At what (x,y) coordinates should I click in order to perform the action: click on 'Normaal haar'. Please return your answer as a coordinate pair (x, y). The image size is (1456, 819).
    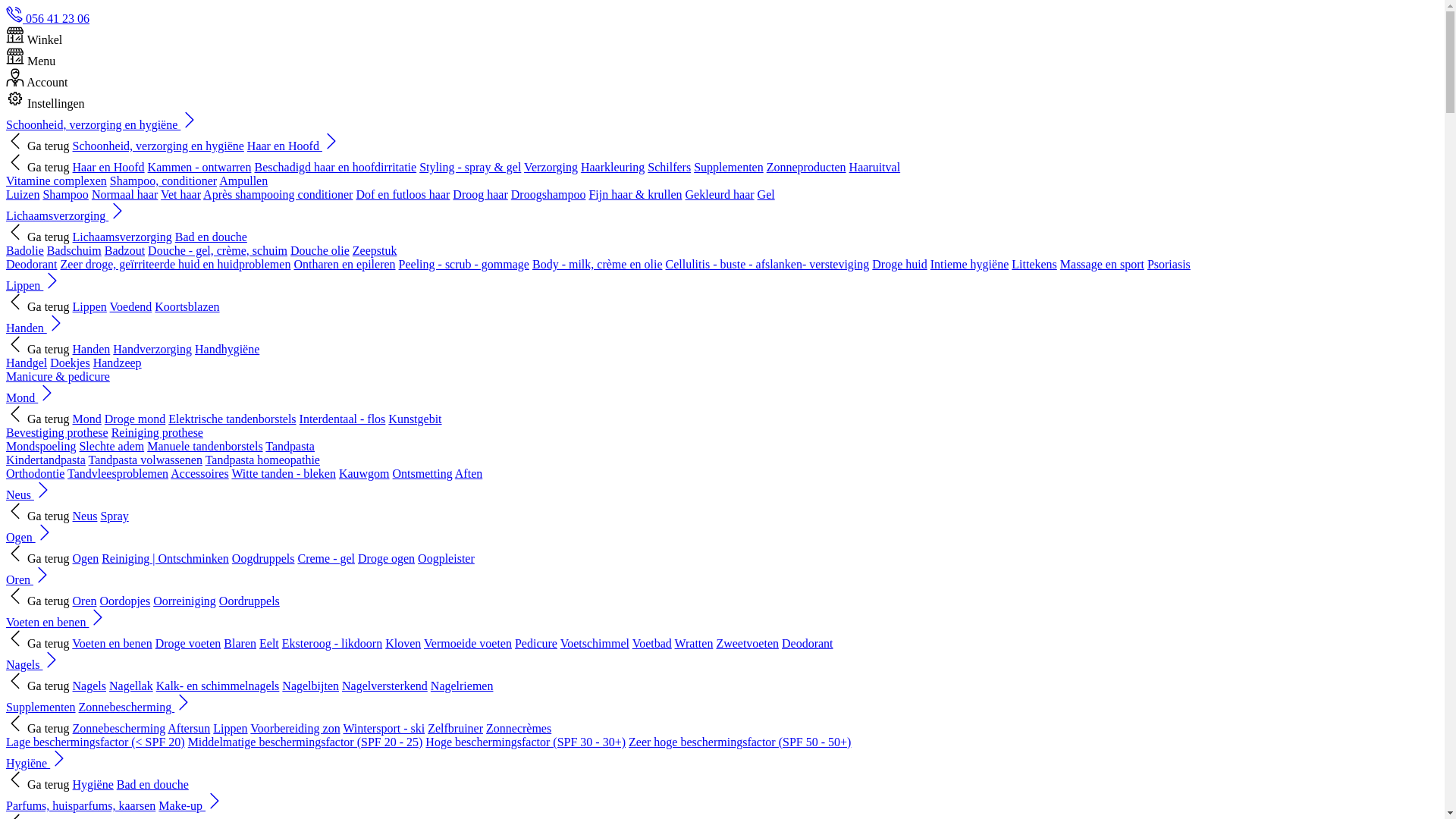
    Looking at the image, I should click on (124, 193).